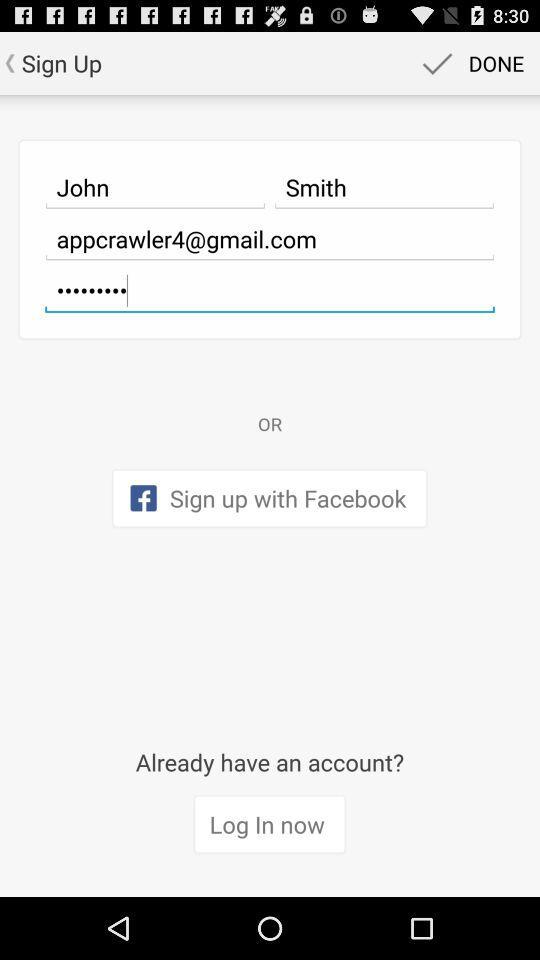 The height and width of the screenshot is (960, 540). I want to click on item next to the smith icon, so click(154, 187).